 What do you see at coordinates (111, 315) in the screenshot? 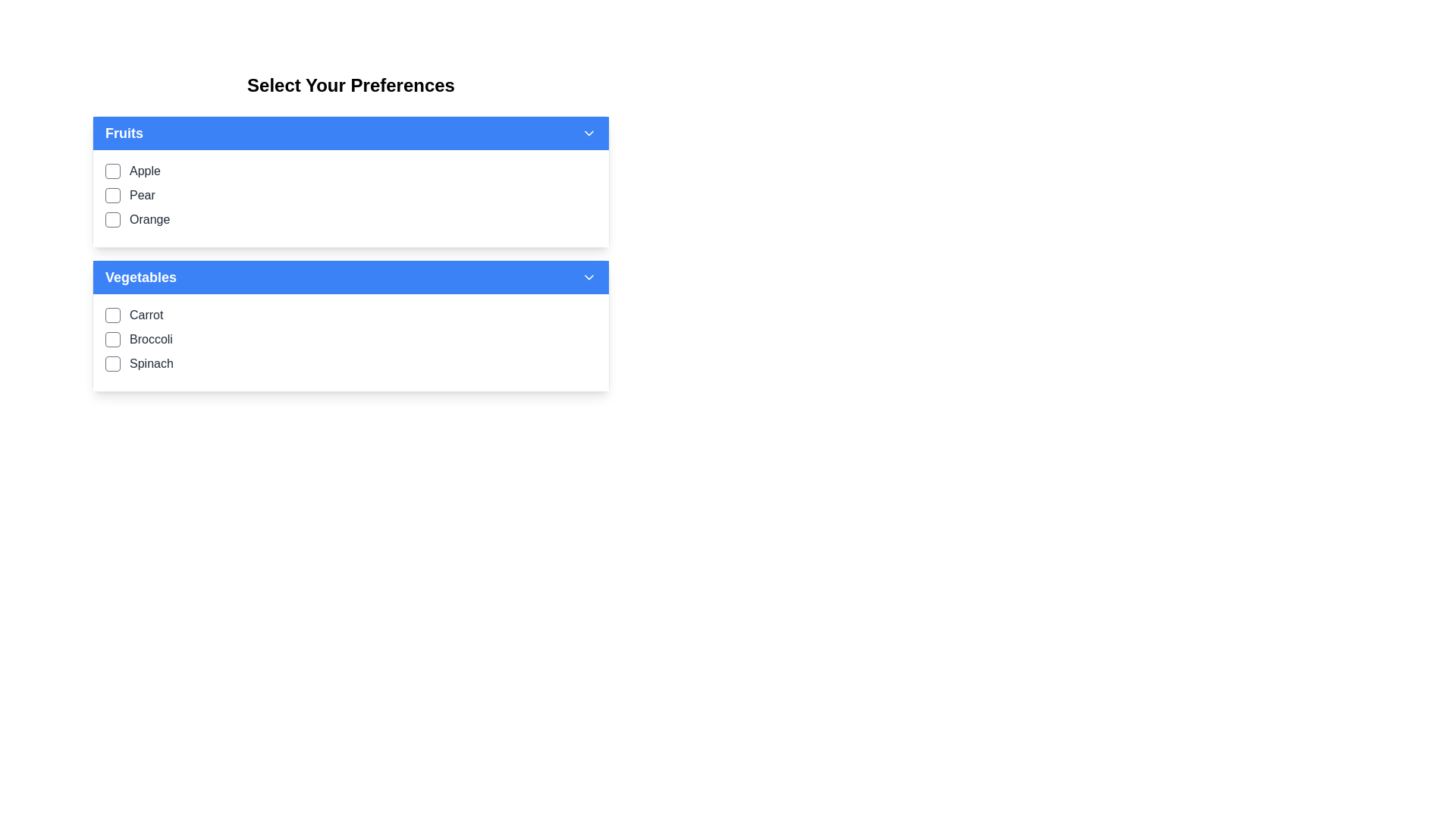
I see `the checkbox for the 'Carrot' option in the 'Vegetables' category` at bounding box center [111, 315].